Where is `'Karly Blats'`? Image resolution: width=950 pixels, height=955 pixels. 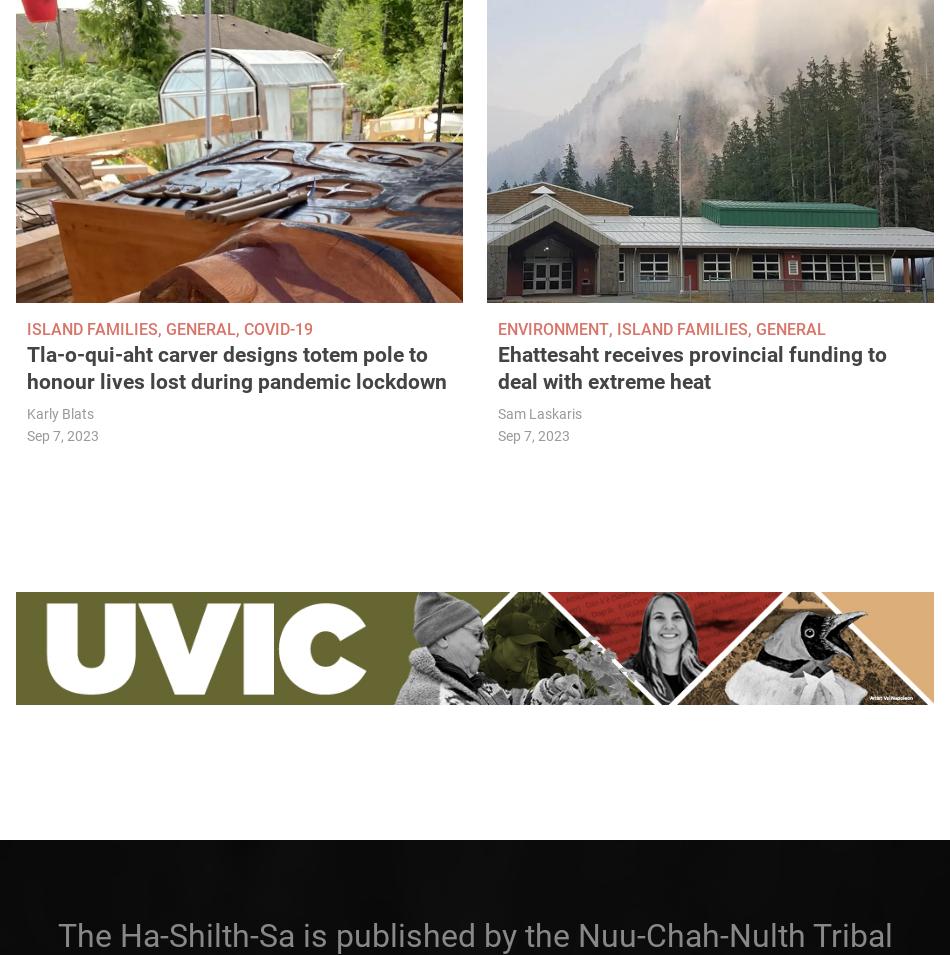
'Karly Blats' is located at coordinates (60, 413).